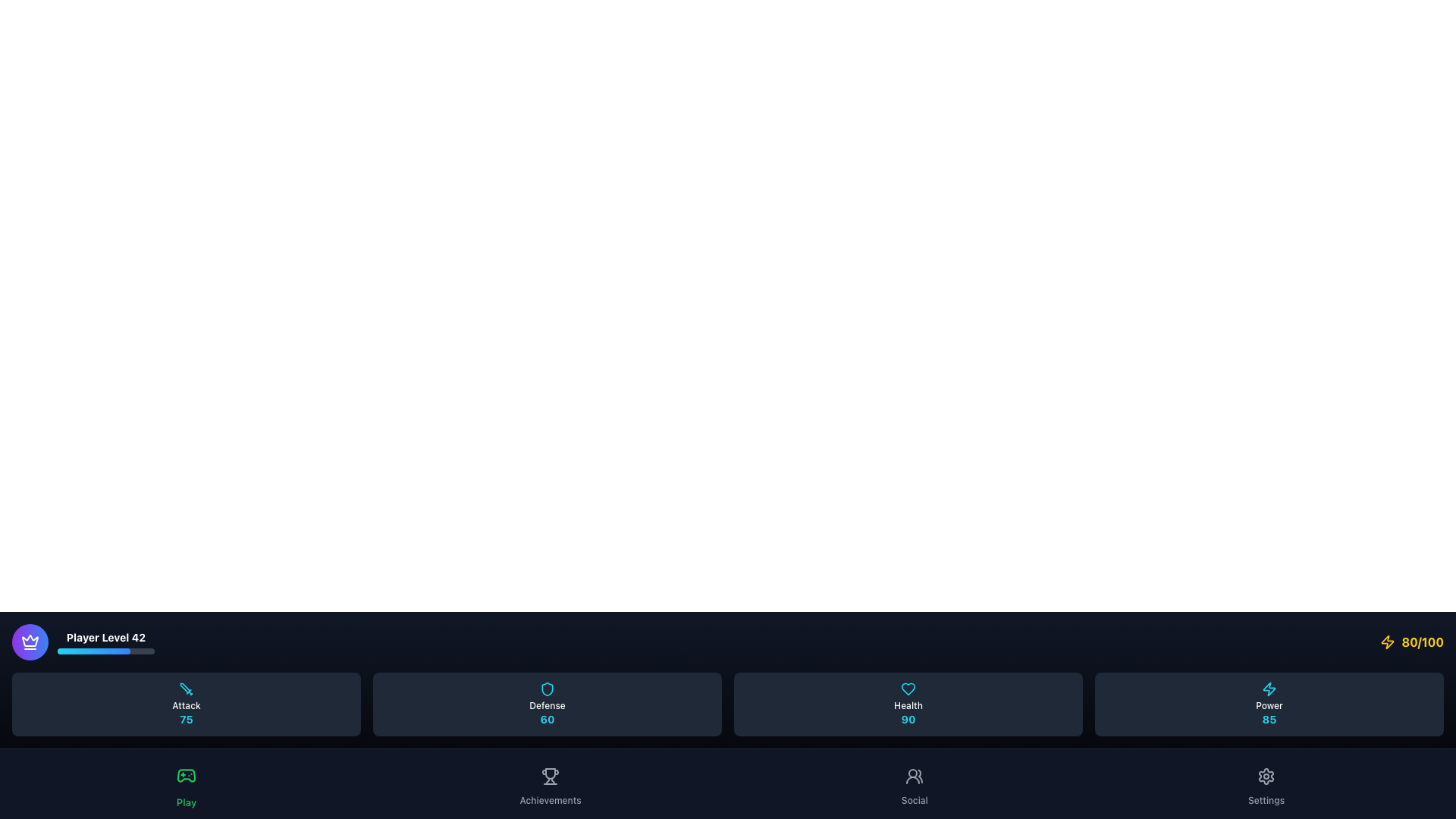 This screenshot has height=819, width=1456. Describe the element at coordinates (908, 689) in the screenshot. I see `the heart icon representing 'Health', which indicates the health status and is located above the textual components 'Health' and '90'` at that location.